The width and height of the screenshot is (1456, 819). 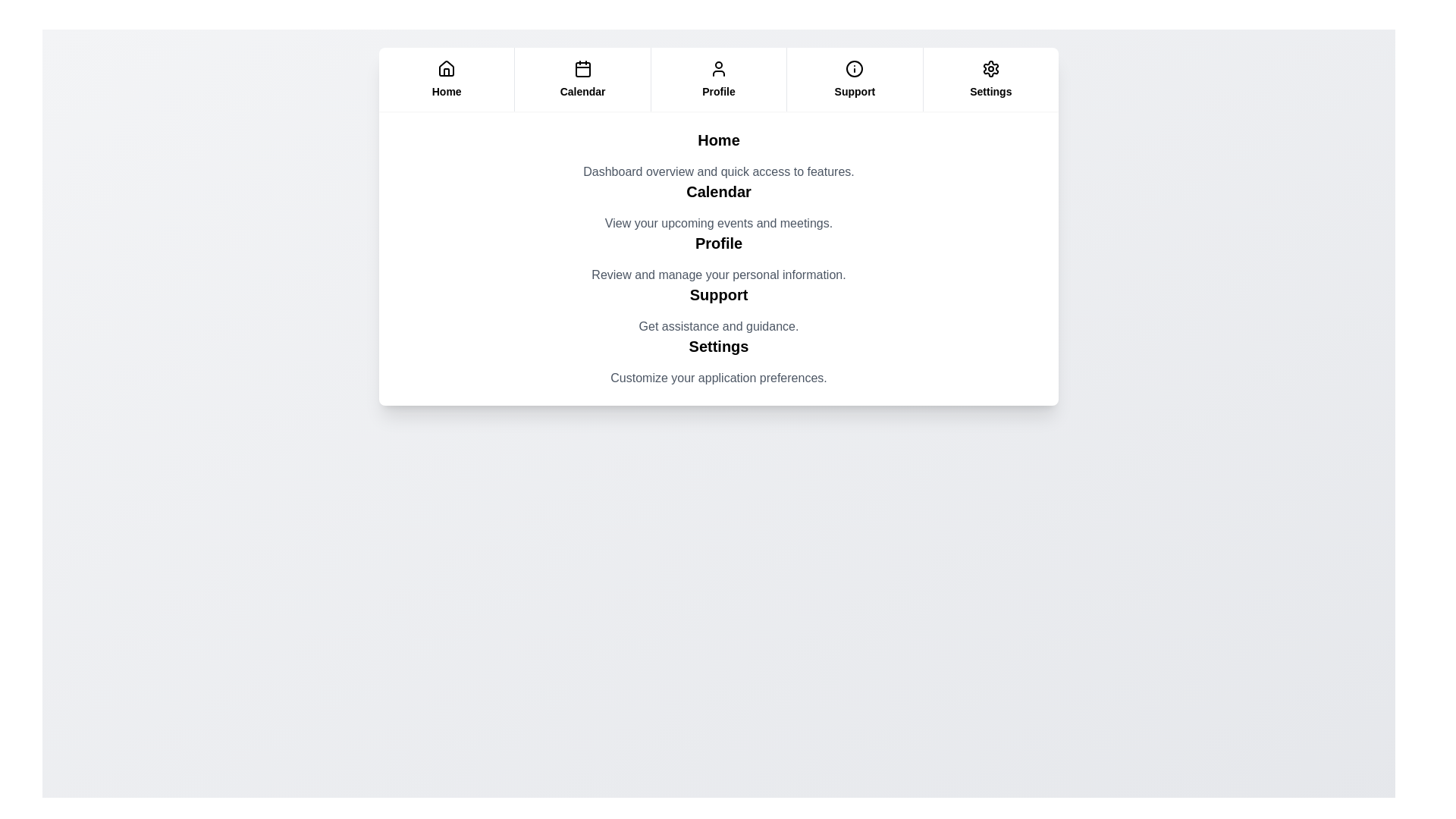 What do you see at coordinates (717, 79) in the screenshot?
I see `the Navigation tab located in the middle of the horizontal navigation bar` at bounding box center [717, 79].